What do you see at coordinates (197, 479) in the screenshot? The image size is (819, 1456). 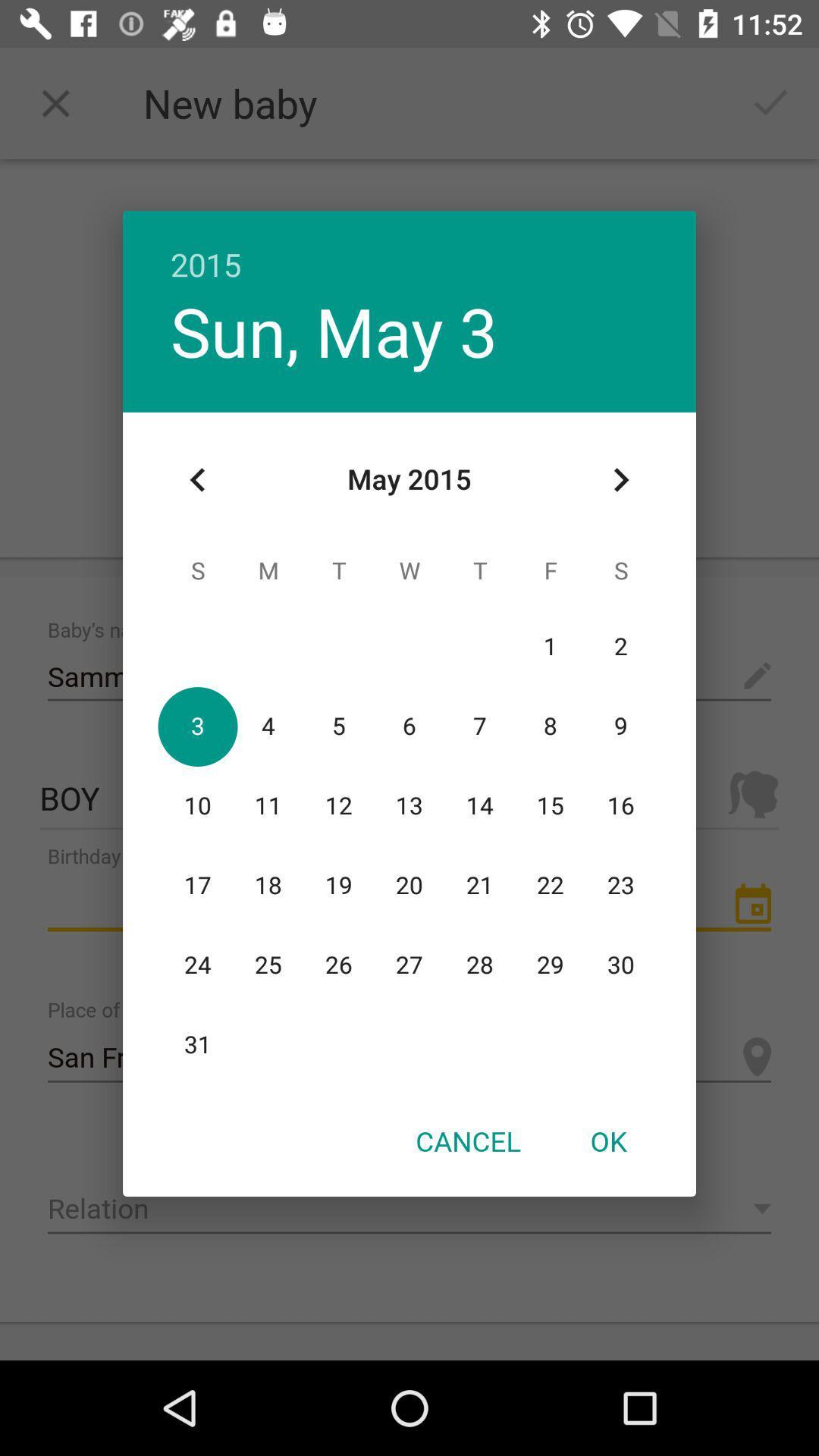 I see `icon at the top left corner` at bounding box center [197, 479].